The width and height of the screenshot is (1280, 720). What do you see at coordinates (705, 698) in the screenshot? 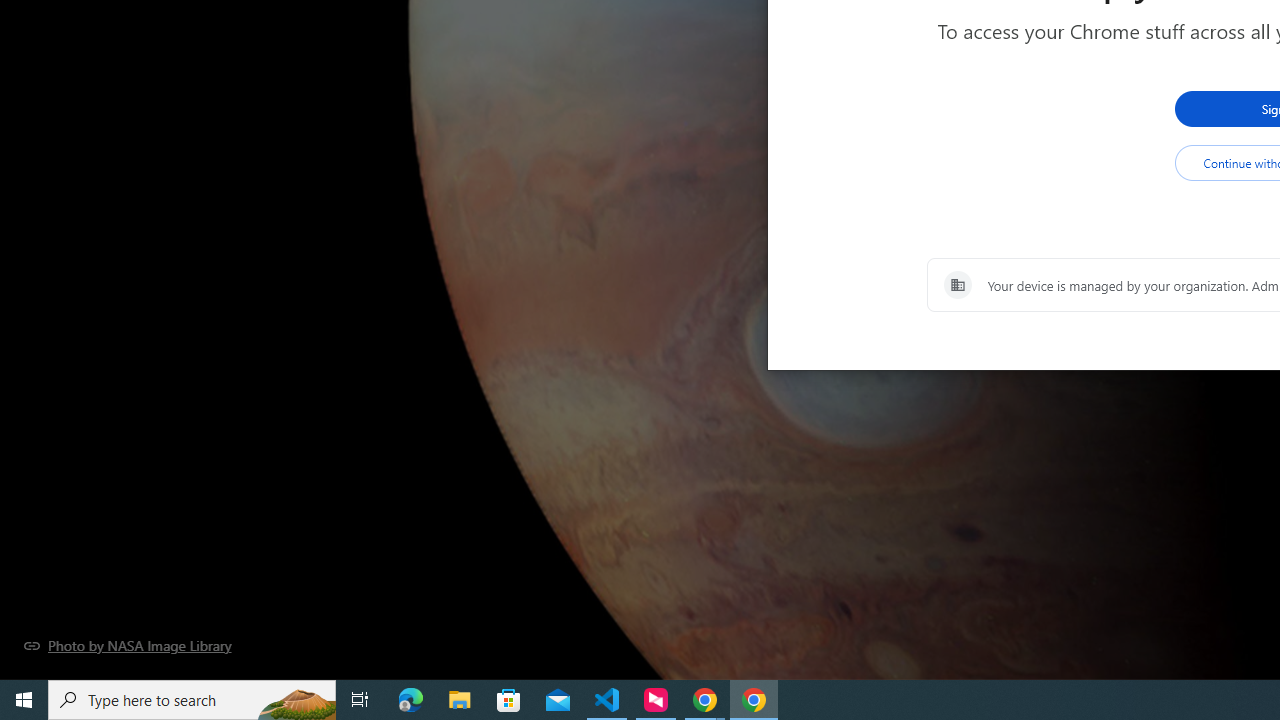
I see `'Google Chrome - 2 running windows'` at bounding box center [705, 698].